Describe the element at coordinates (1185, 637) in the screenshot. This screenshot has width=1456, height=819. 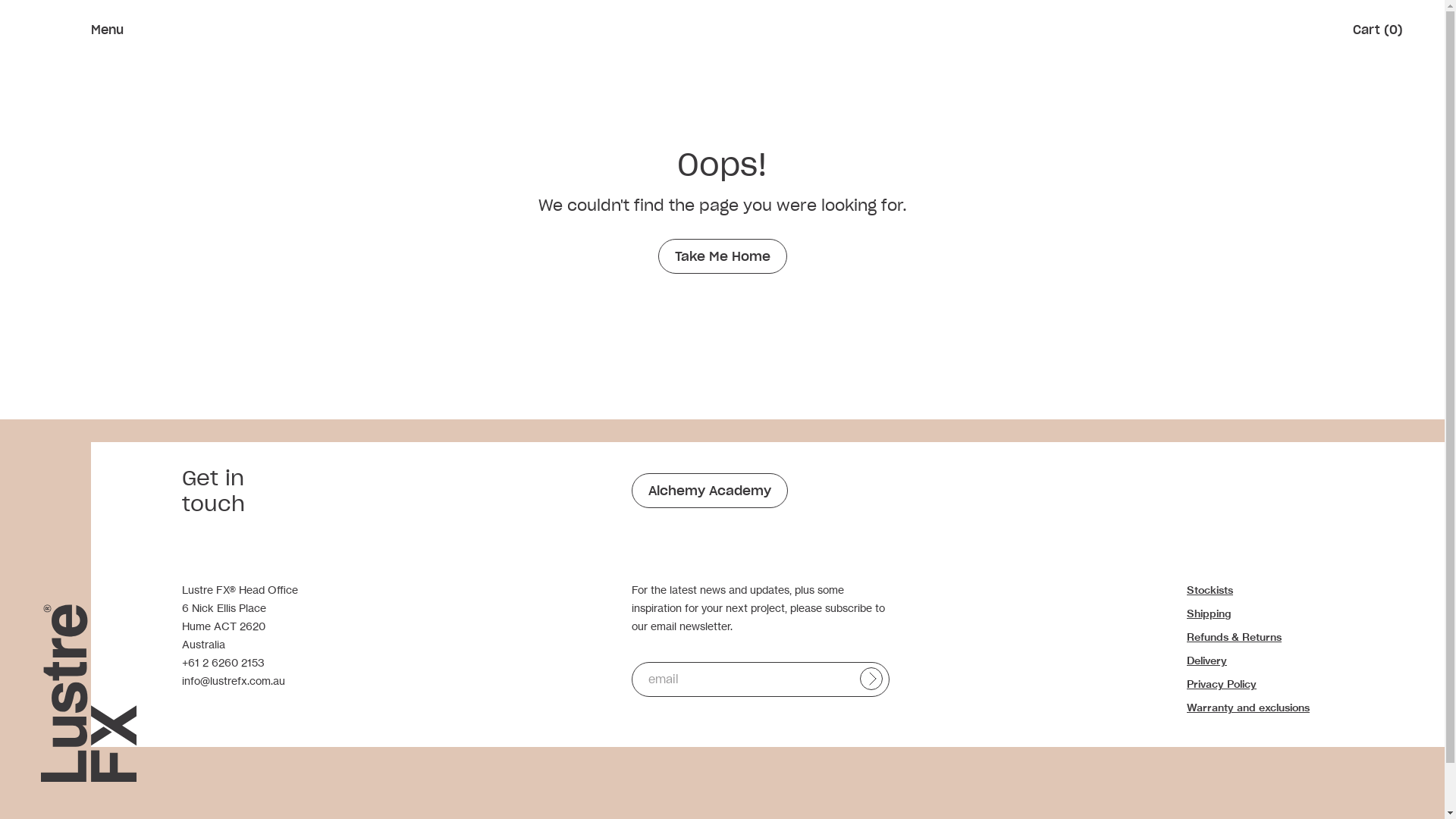
I see `'Refunds & Returns'` at that location.